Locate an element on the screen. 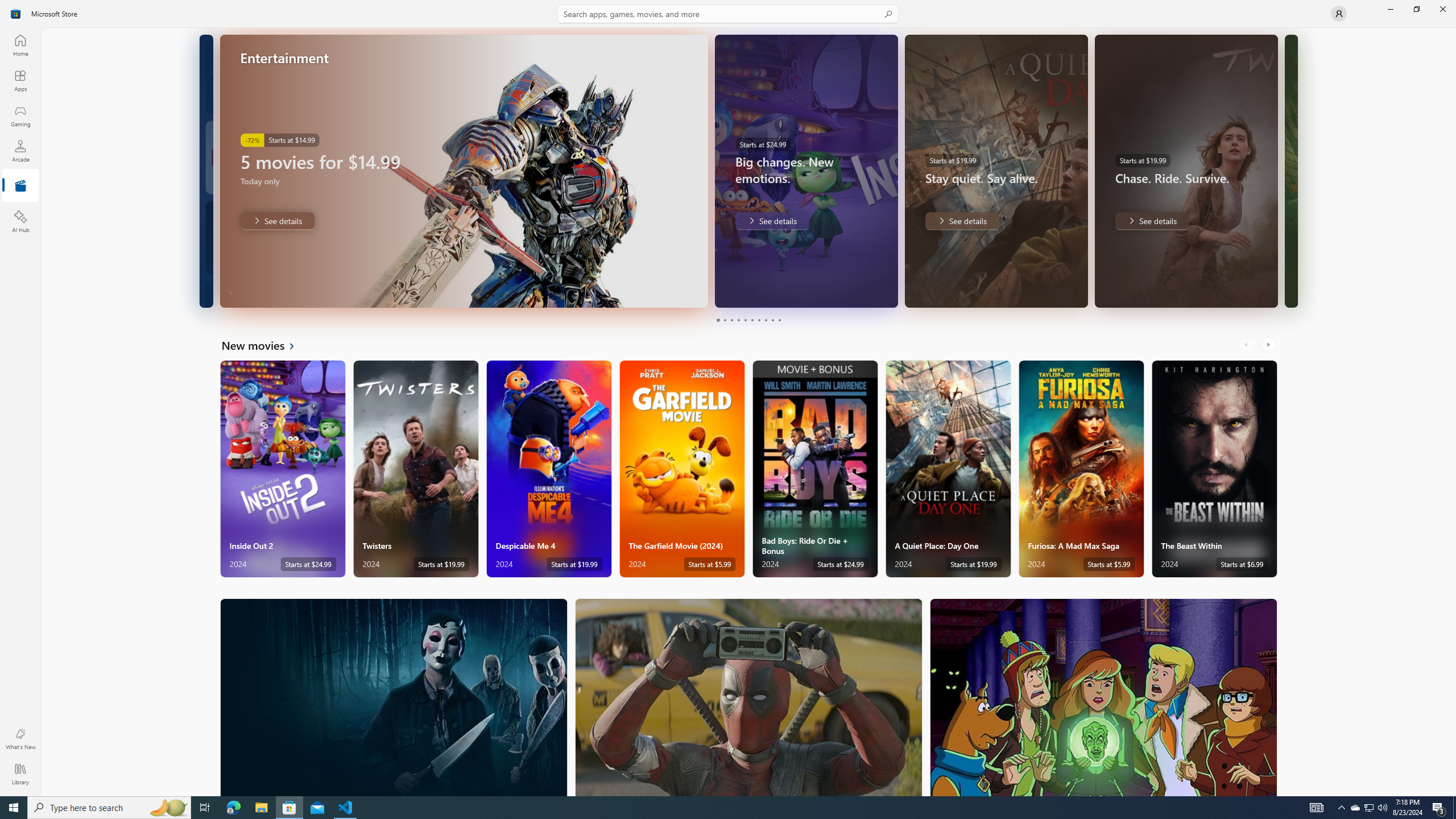 The image size is (1456, 819). 'Page 5' is located at coordinates (744, 320).